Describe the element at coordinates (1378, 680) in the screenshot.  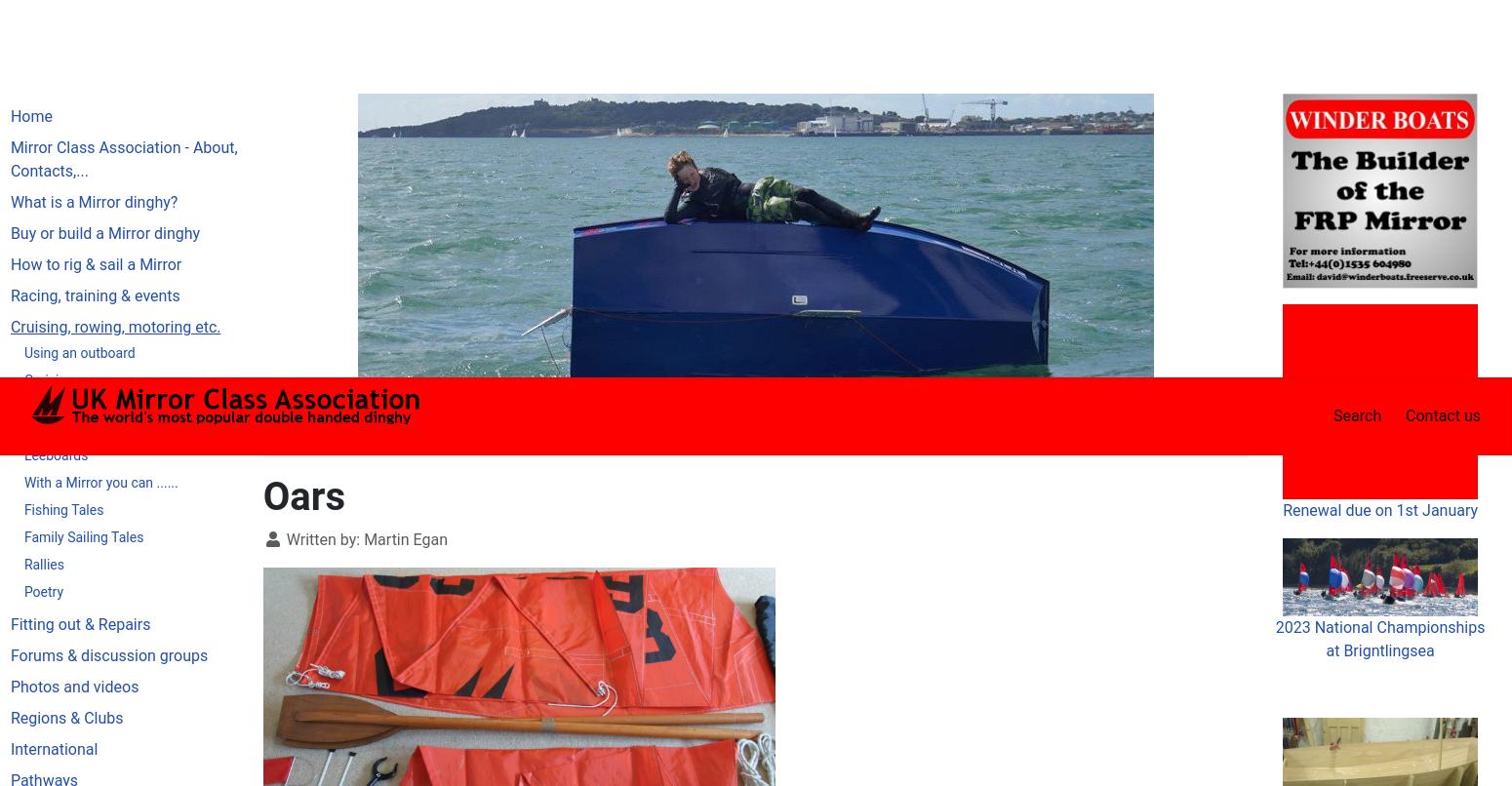
I see `'View 2024 Calendar'` at that location.